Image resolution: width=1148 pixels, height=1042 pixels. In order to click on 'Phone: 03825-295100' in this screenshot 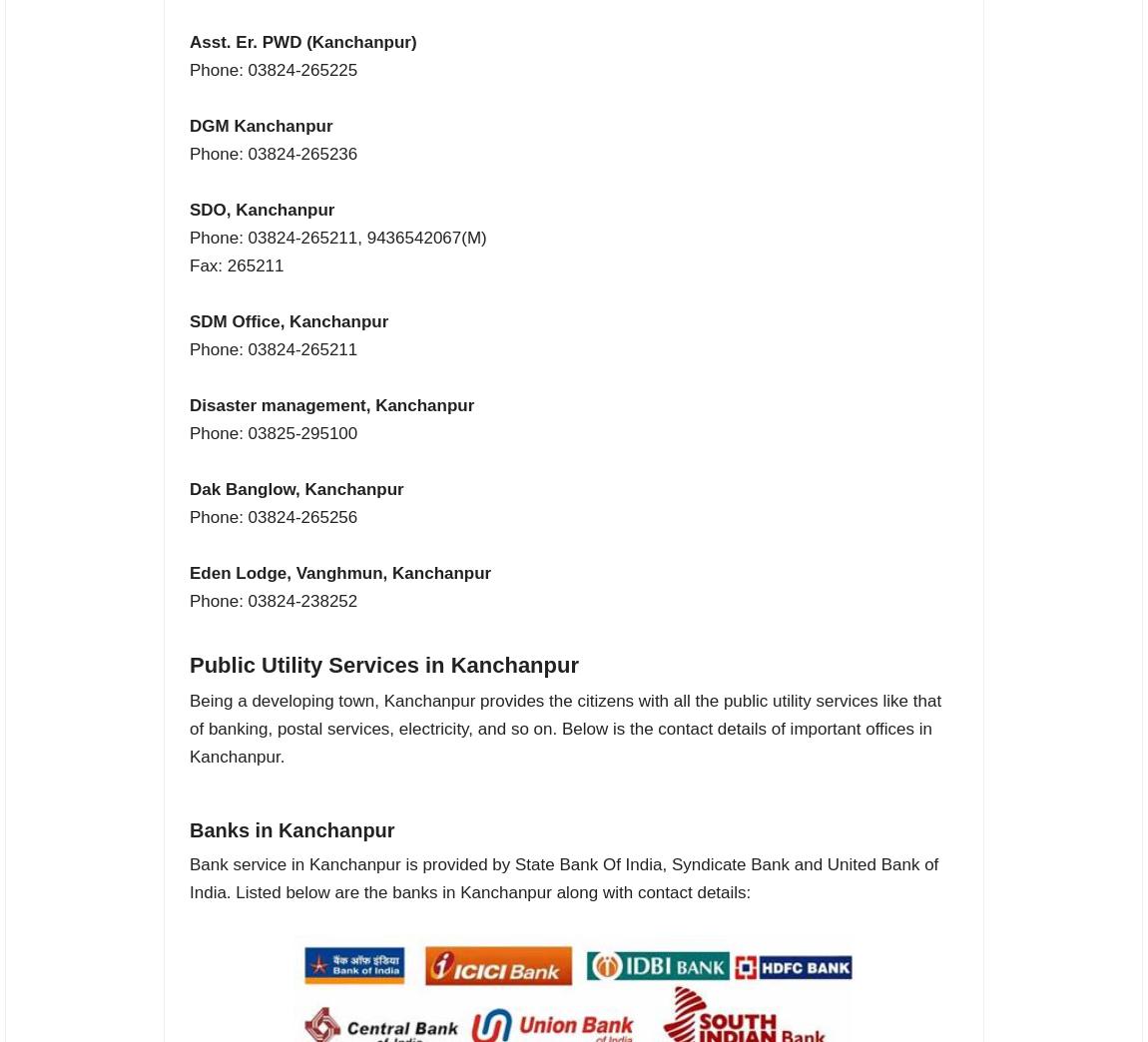, I will do `click(188, 432)`.